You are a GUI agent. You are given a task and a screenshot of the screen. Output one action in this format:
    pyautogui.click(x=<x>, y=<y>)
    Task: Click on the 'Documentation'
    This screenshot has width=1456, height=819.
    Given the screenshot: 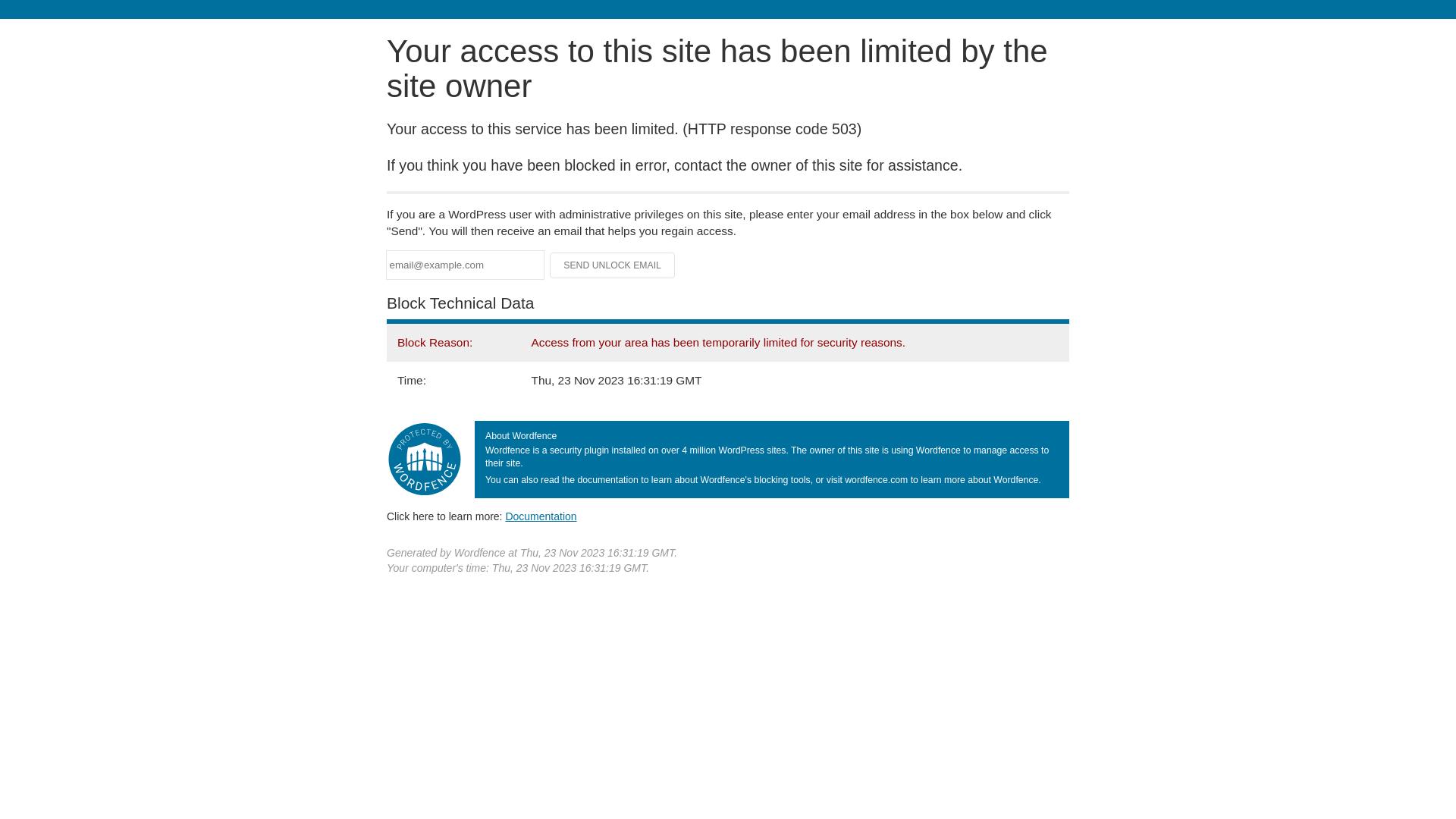 What is the action you would take?
    pyautogui.click(x=541, y=516)
    